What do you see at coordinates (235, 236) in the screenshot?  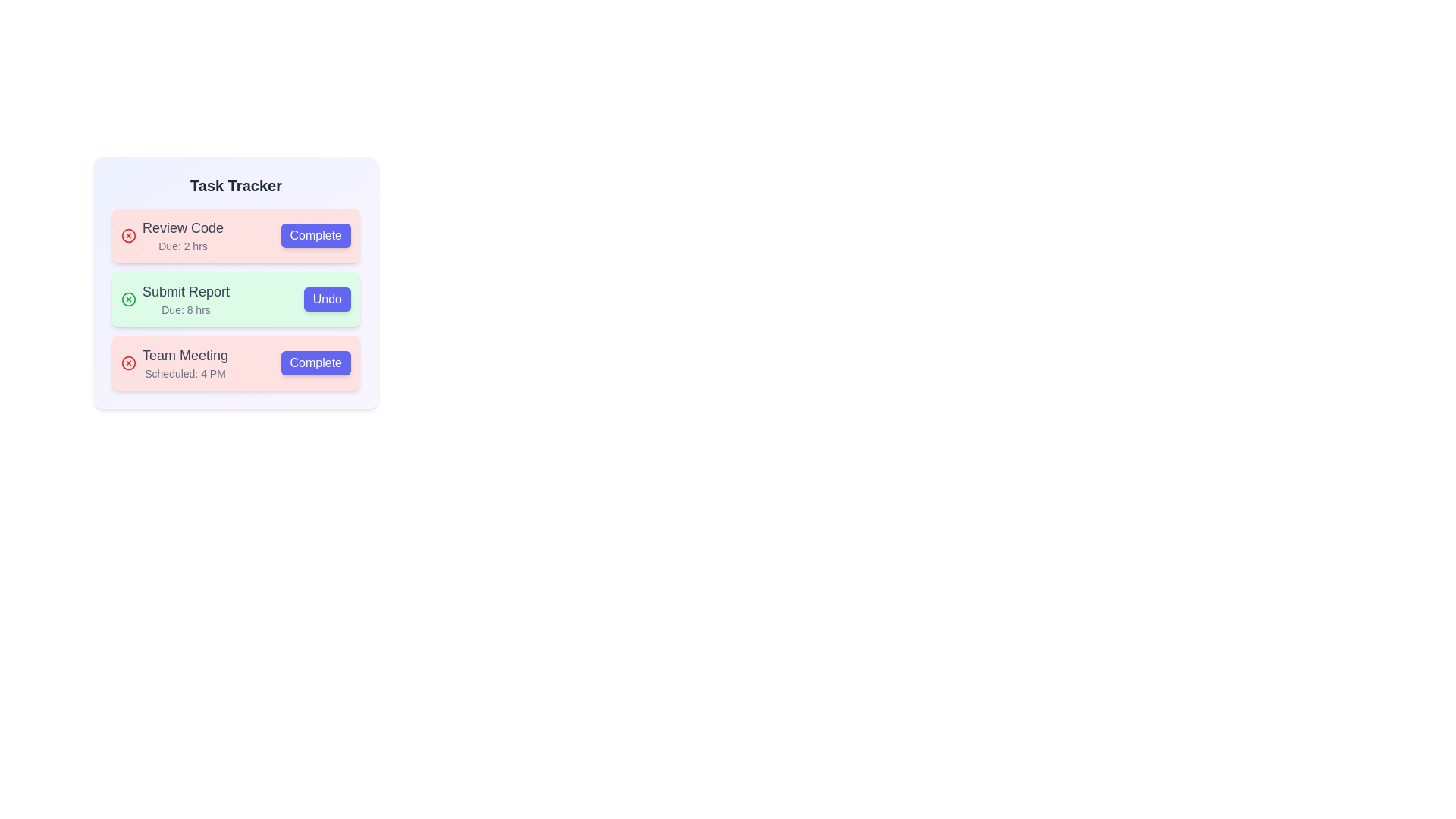 I see `the task labeled 'Review Code' to observe hover effects` at bounding box center [235, 236].